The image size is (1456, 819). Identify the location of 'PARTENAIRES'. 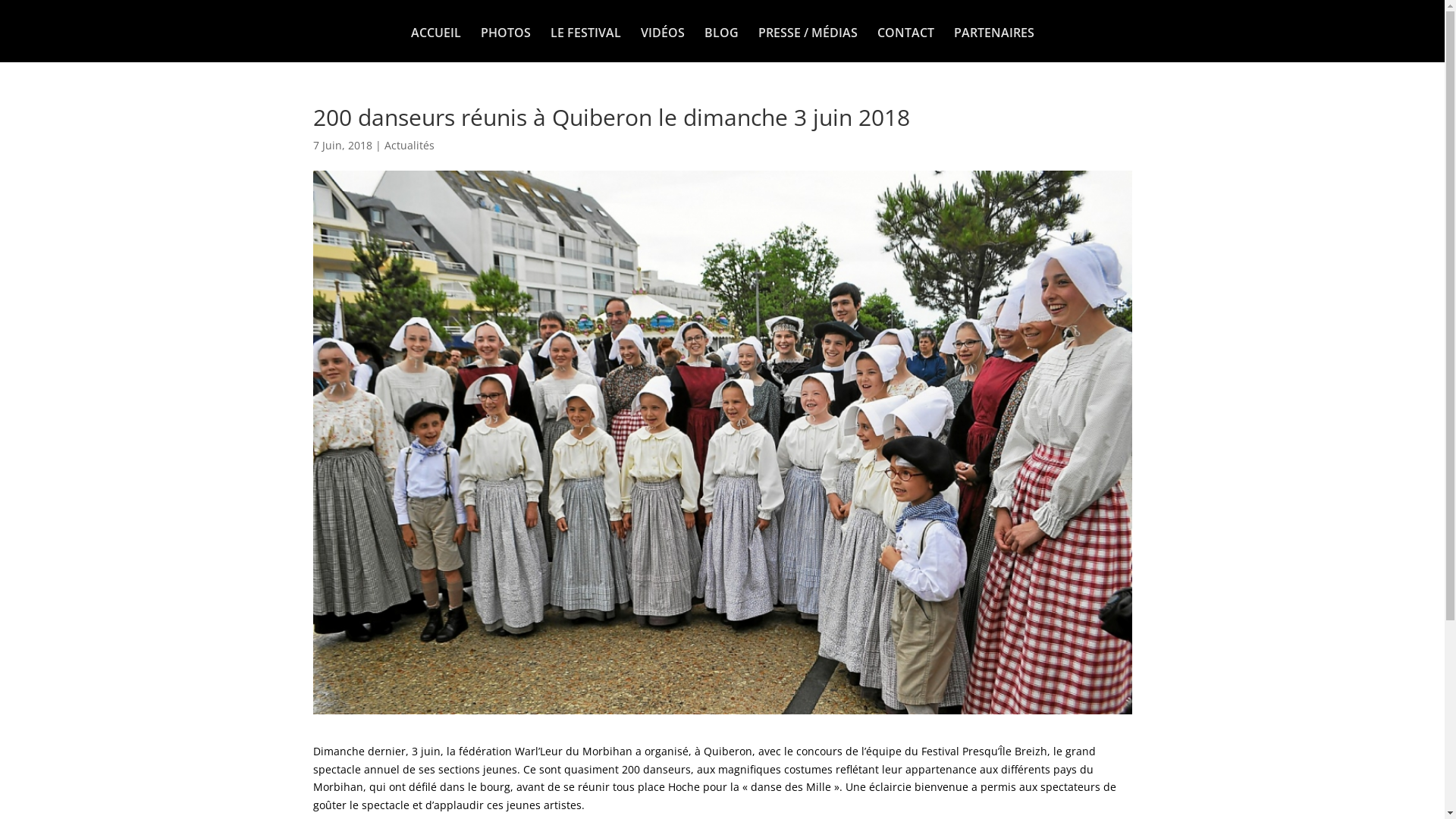
(993, 43).